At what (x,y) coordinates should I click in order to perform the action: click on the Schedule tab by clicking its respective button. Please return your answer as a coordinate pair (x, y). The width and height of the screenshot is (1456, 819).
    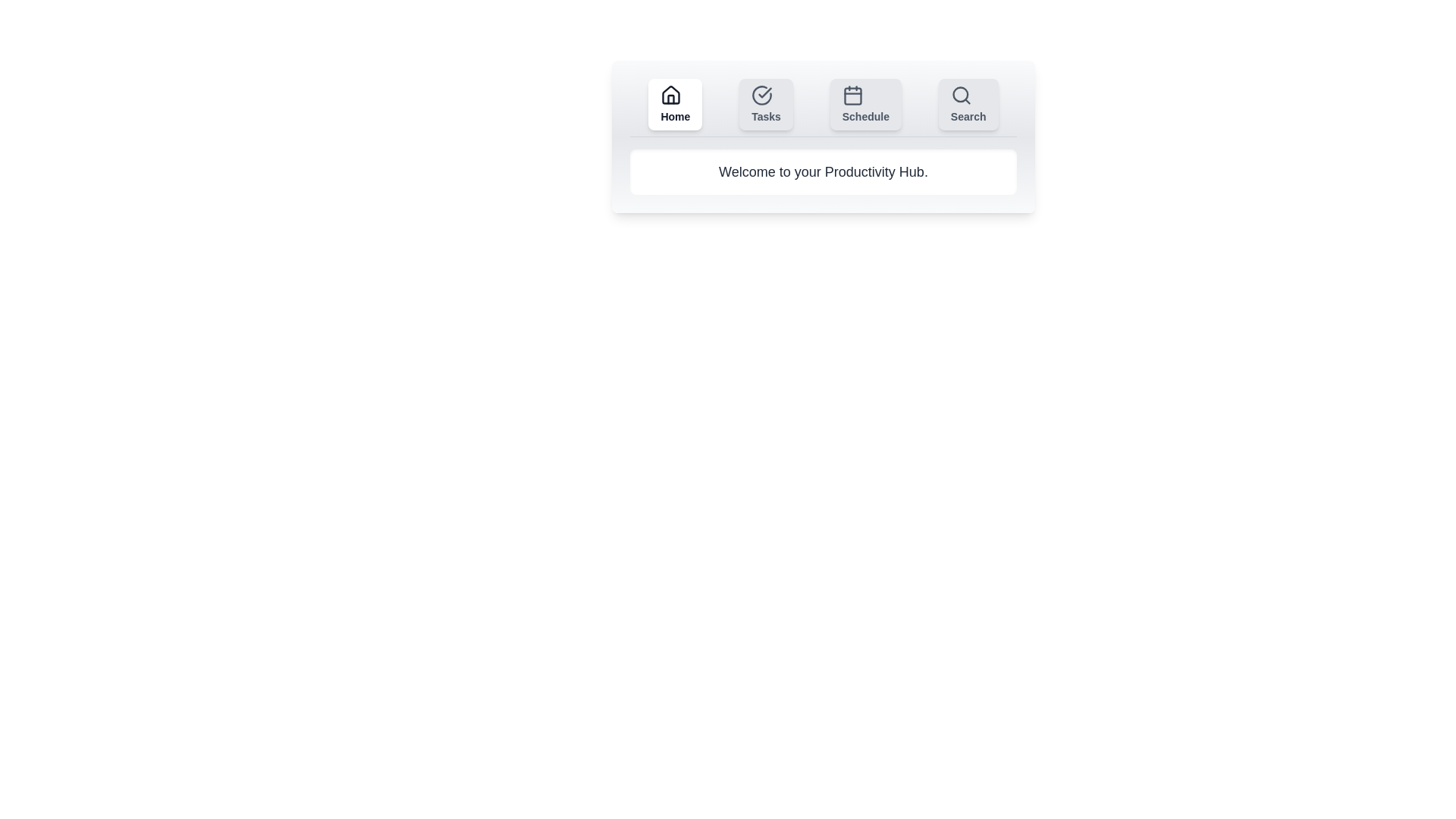
    Looking at the image, I should click on (865, 104).